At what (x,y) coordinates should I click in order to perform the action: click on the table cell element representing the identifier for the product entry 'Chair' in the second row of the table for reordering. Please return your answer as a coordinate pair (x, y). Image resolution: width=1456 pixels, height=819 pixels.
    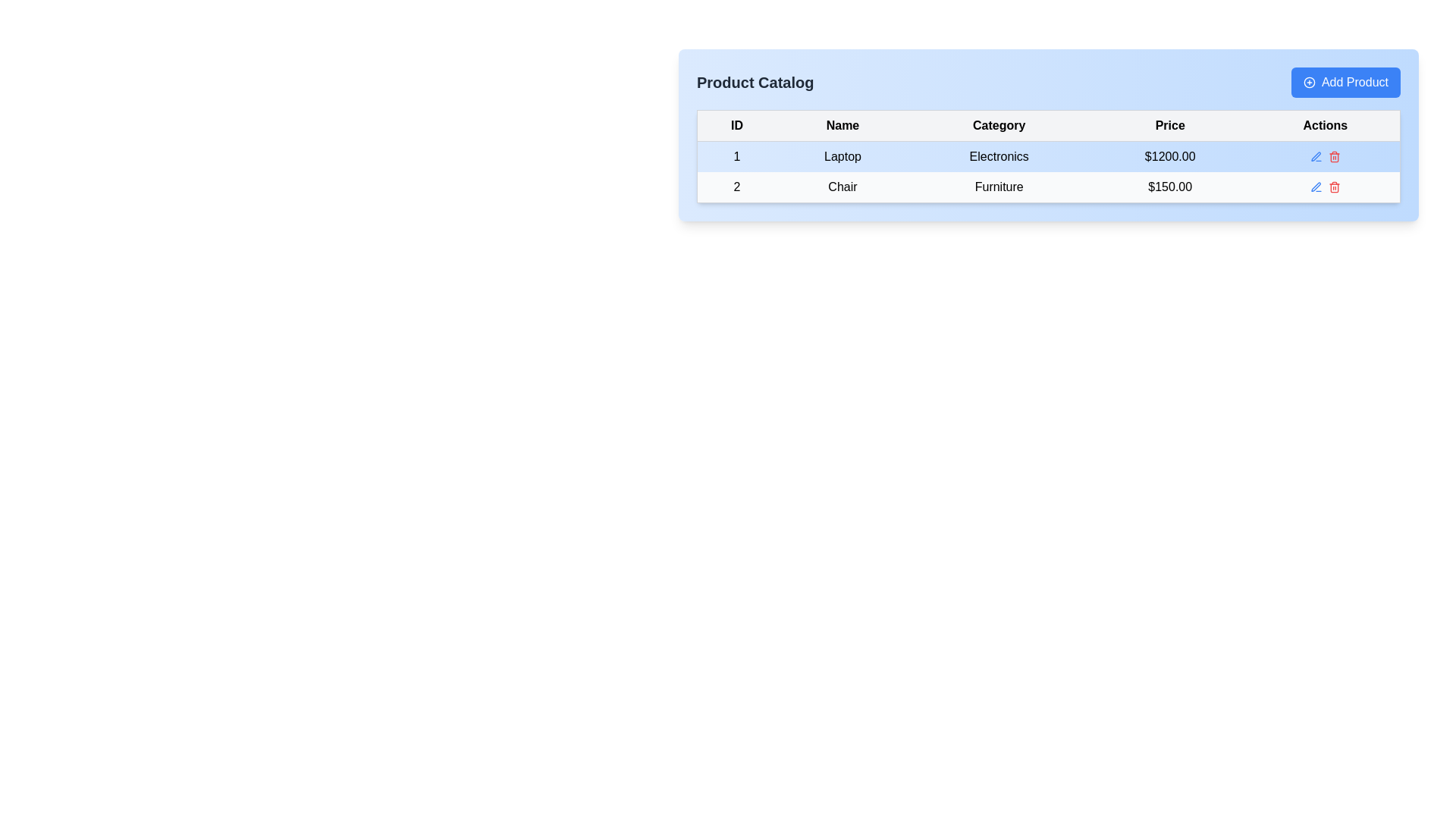
    Looking at the image, I should click on (736, 187).